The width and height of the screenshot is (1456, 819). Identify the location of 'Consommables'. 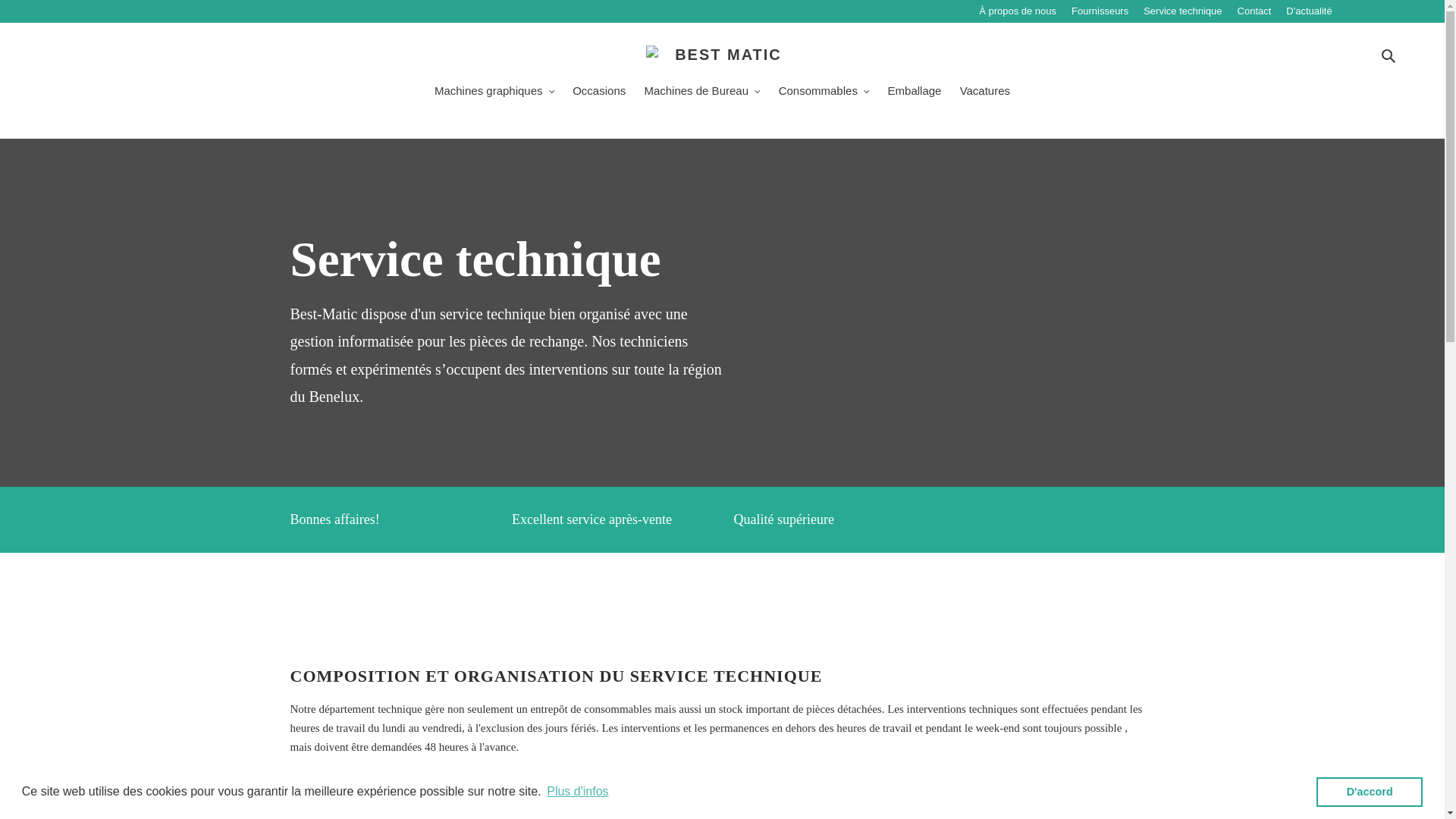
(771, 93).